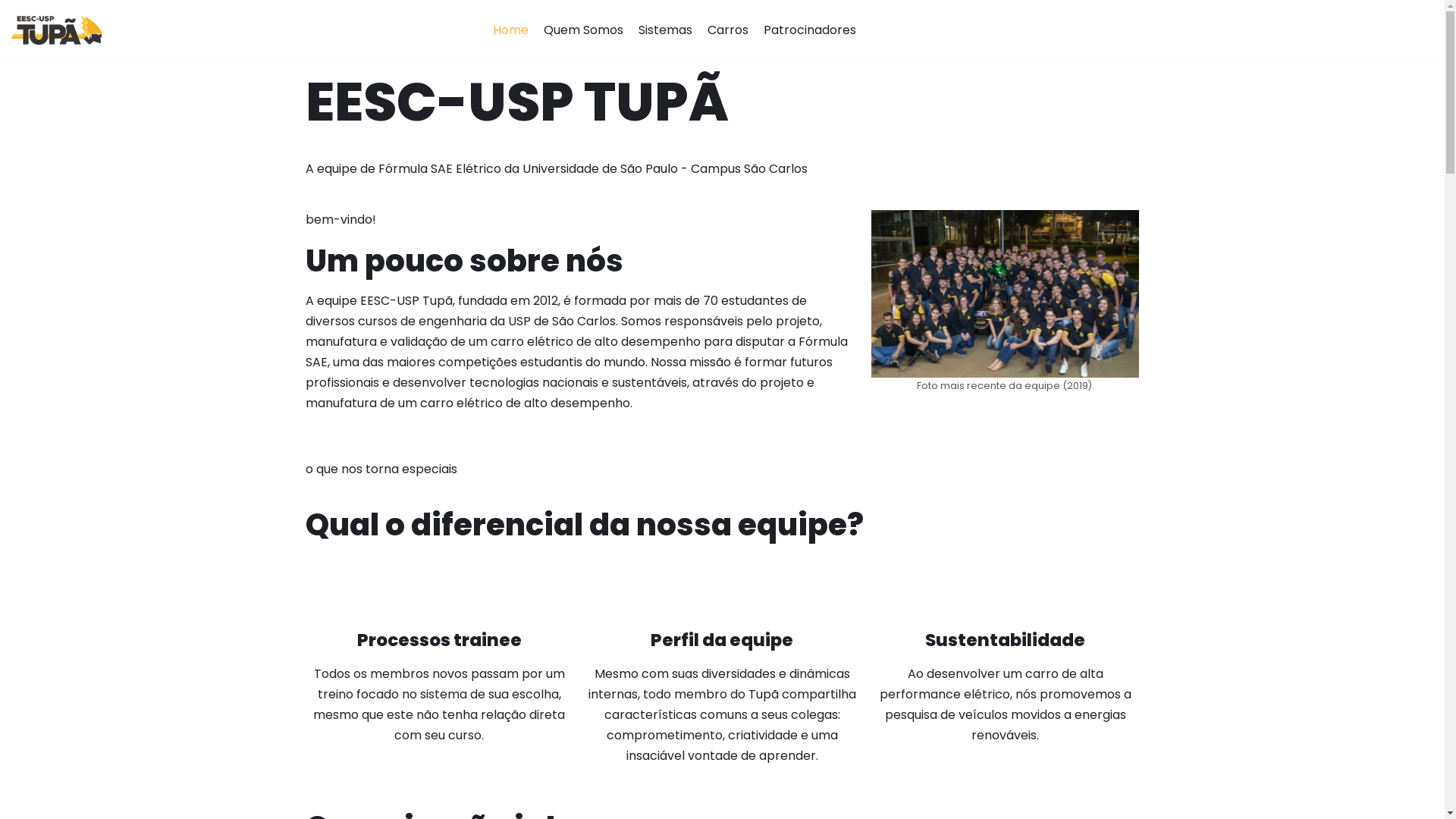  What do you see at coordinates (809, 30) in the screenshot?
I see `'Patrocinadores'` at bounding box center [809, 30].